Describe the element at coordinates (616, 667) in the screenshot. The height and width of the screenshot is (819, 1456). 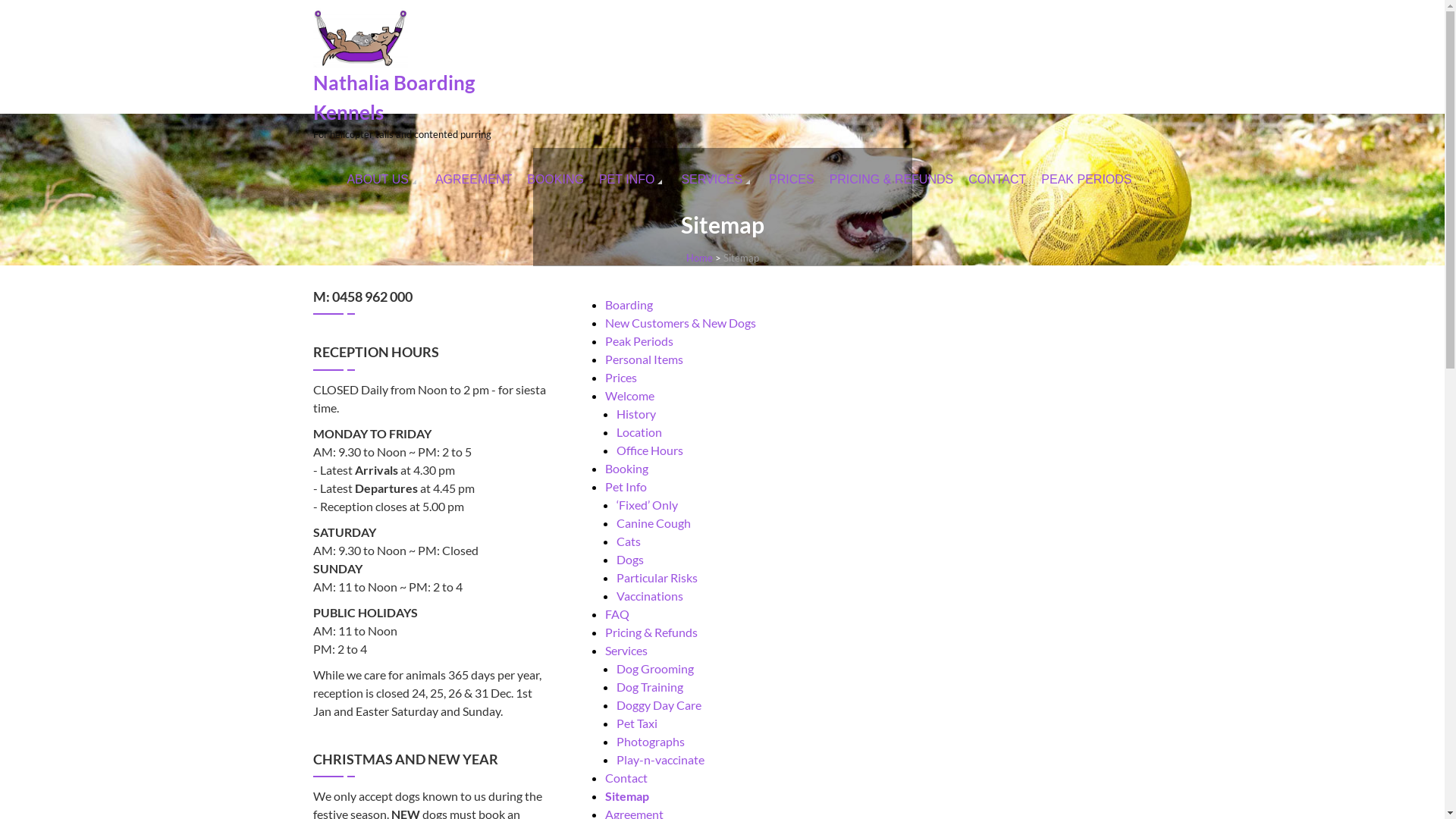
I see `'Dog Grooming'` at that location.